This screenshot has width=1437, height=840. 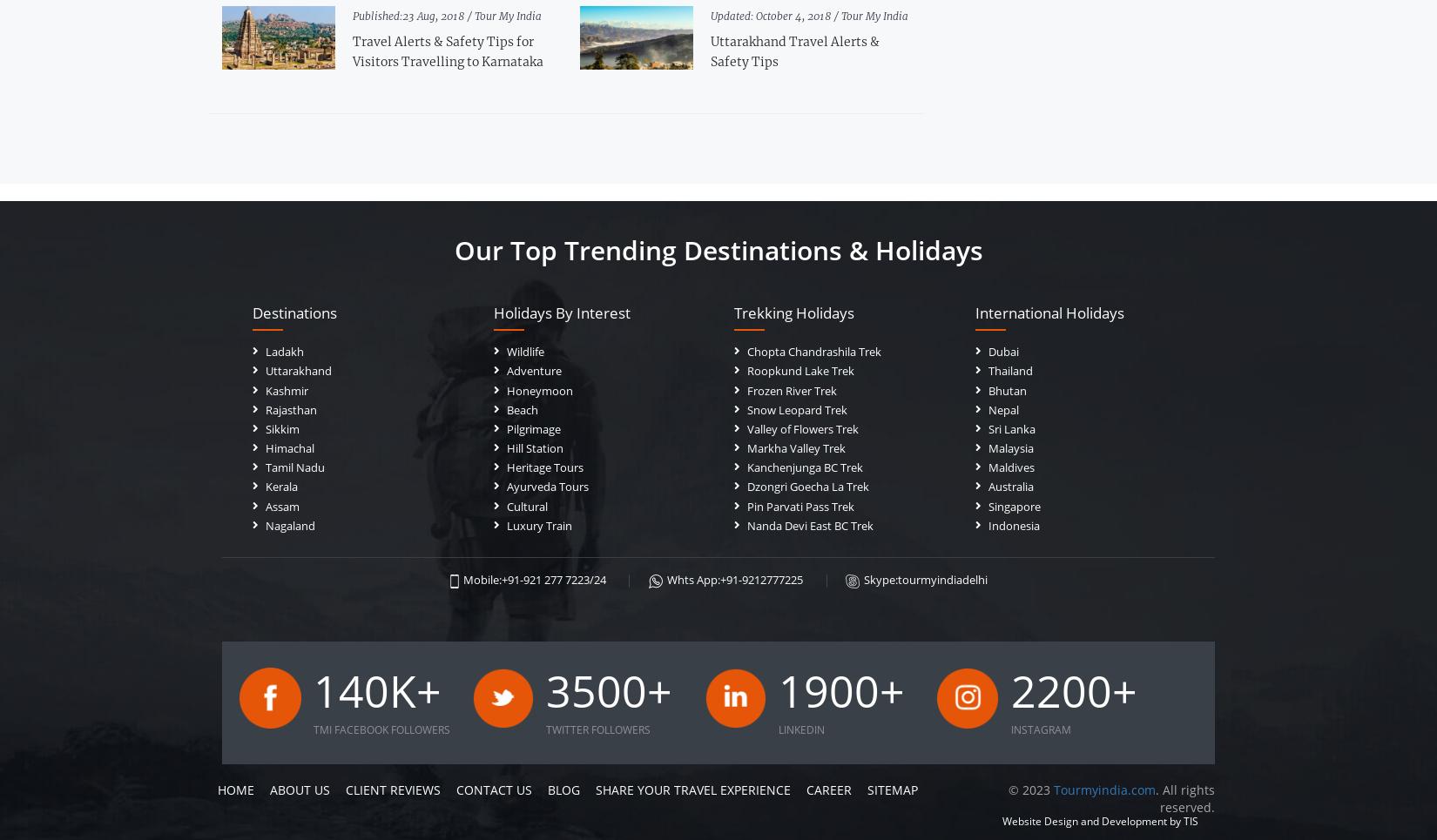 I want to click on 'Dubai', so click(x=1002, y=351).